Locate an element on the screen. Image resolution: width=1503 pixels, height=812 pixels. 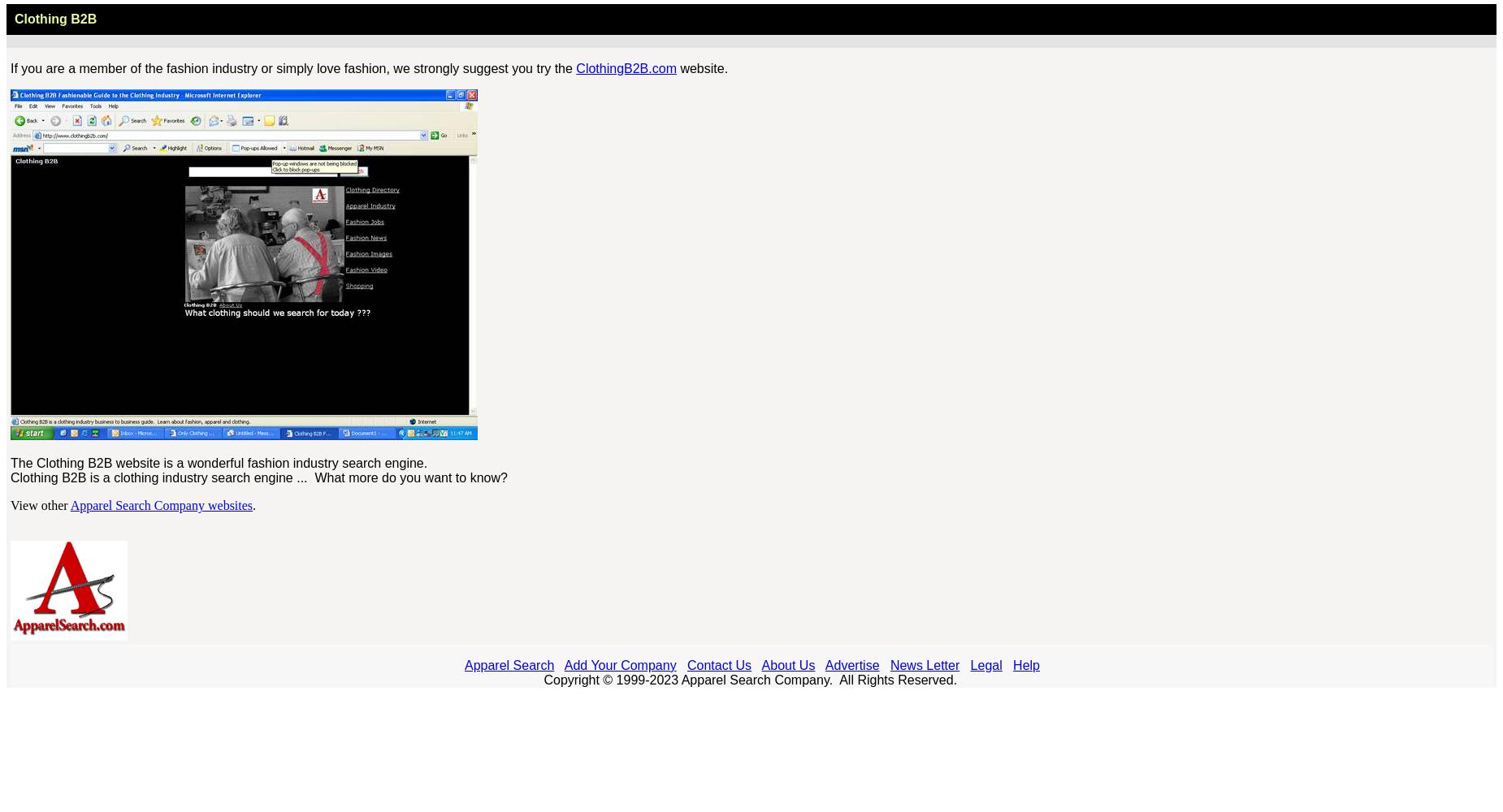
'News Letter' is located at coordinates (889, 664).